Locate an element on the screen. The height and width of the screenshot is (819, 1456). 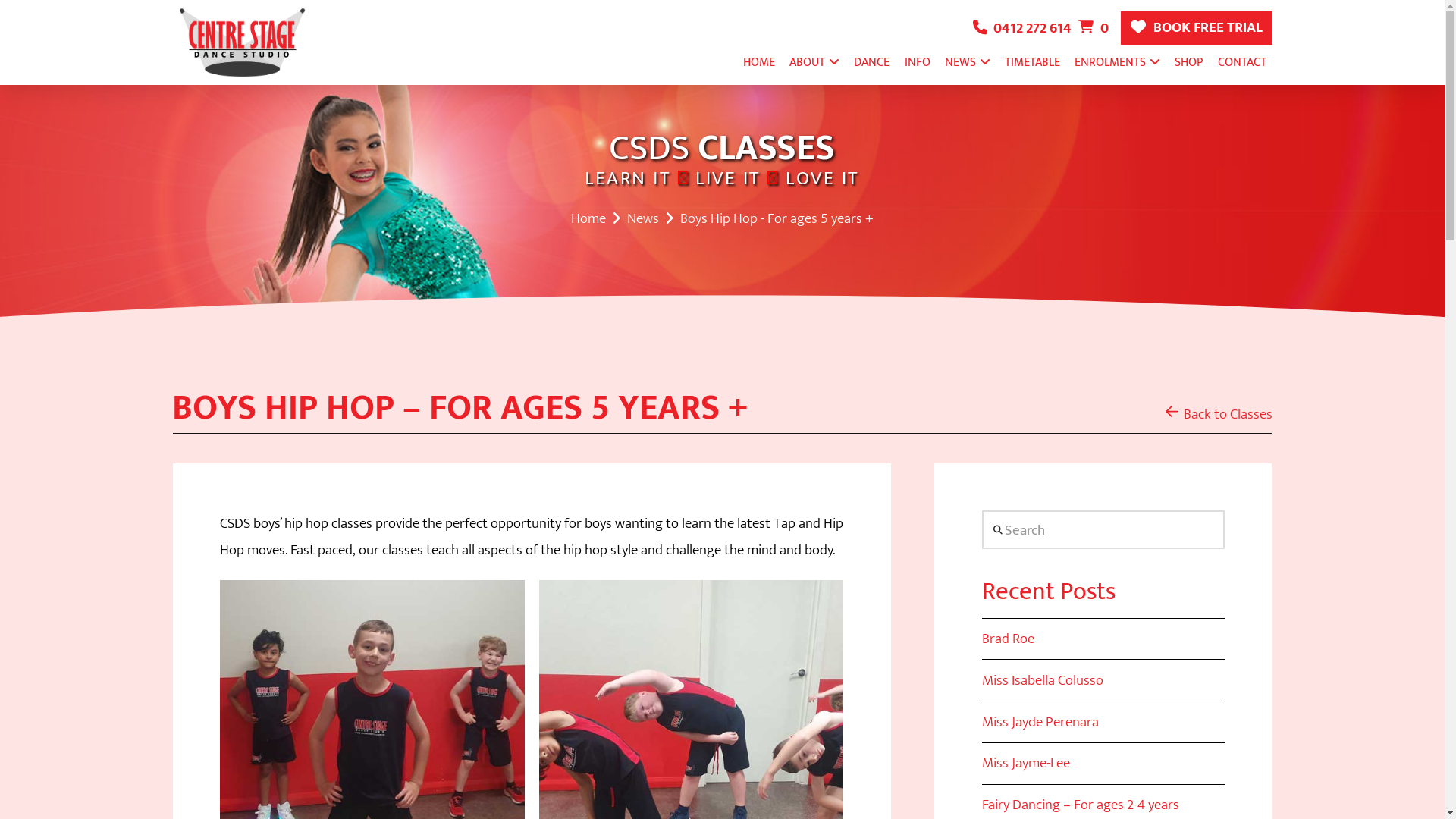
'Miss Isabella Colusso' is located at coordinates (1041, 679).